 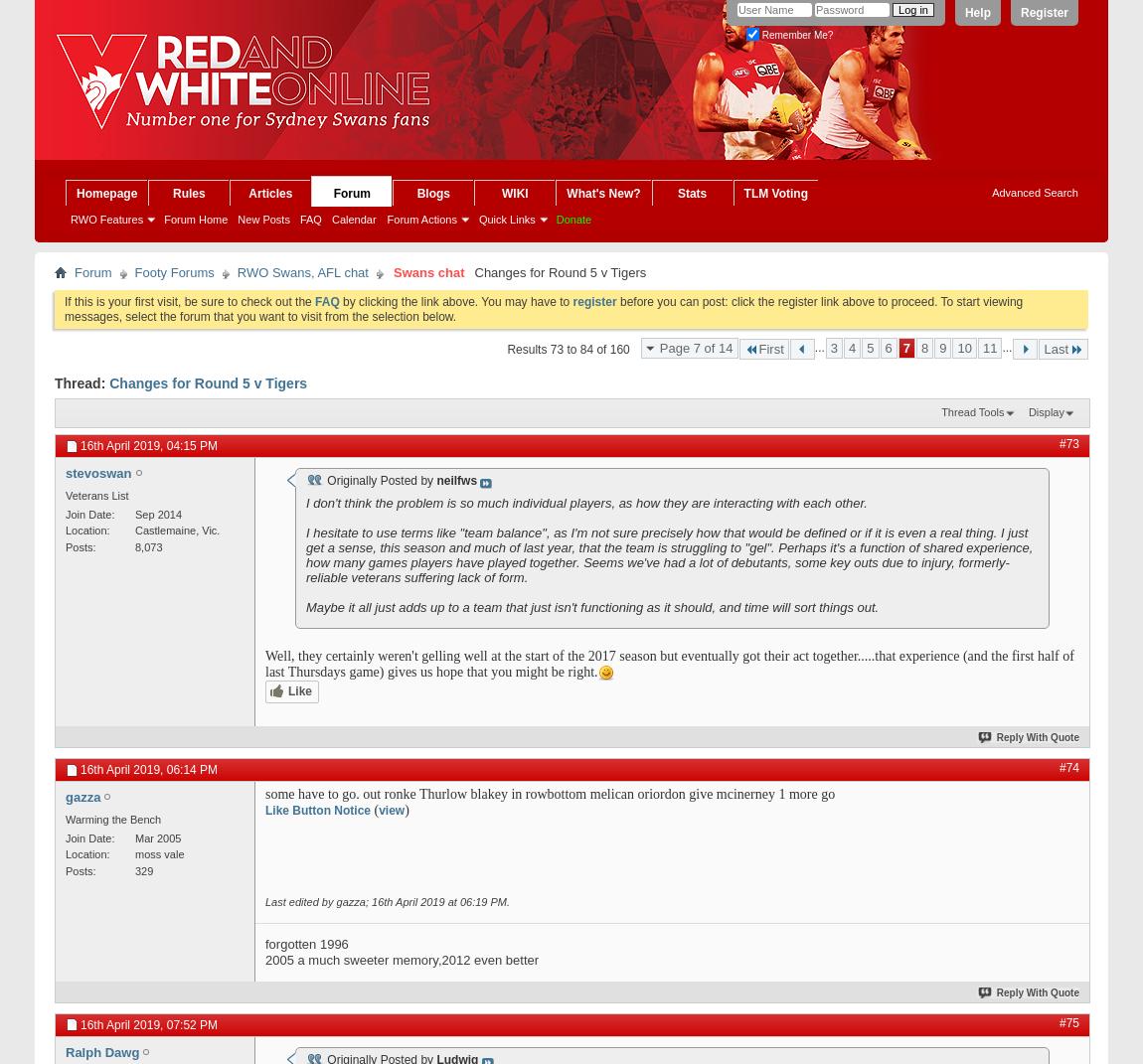 What do you see at coordinates (847, 347) in the screenshot?
I see `'4'` at bounding box center [847, 347].